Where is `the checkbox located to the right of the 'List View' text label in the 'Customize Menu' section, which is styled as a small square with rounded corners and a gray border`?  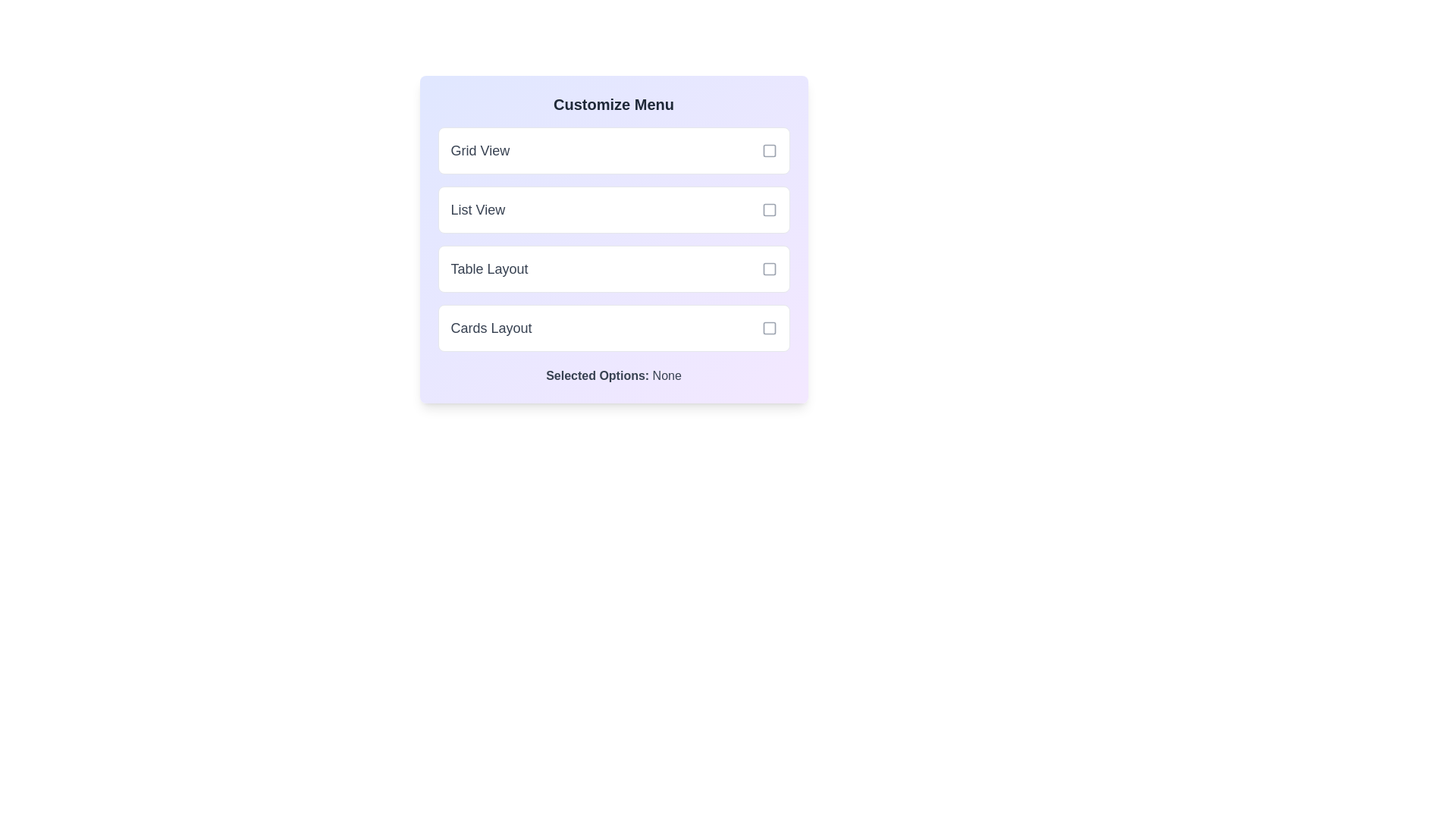
the checkbox located to the right of the 'List View' text label in the 'Customize Menu' section, which is styled as a small square with rounded corners and a gray border is located at coordinates (769, 210).